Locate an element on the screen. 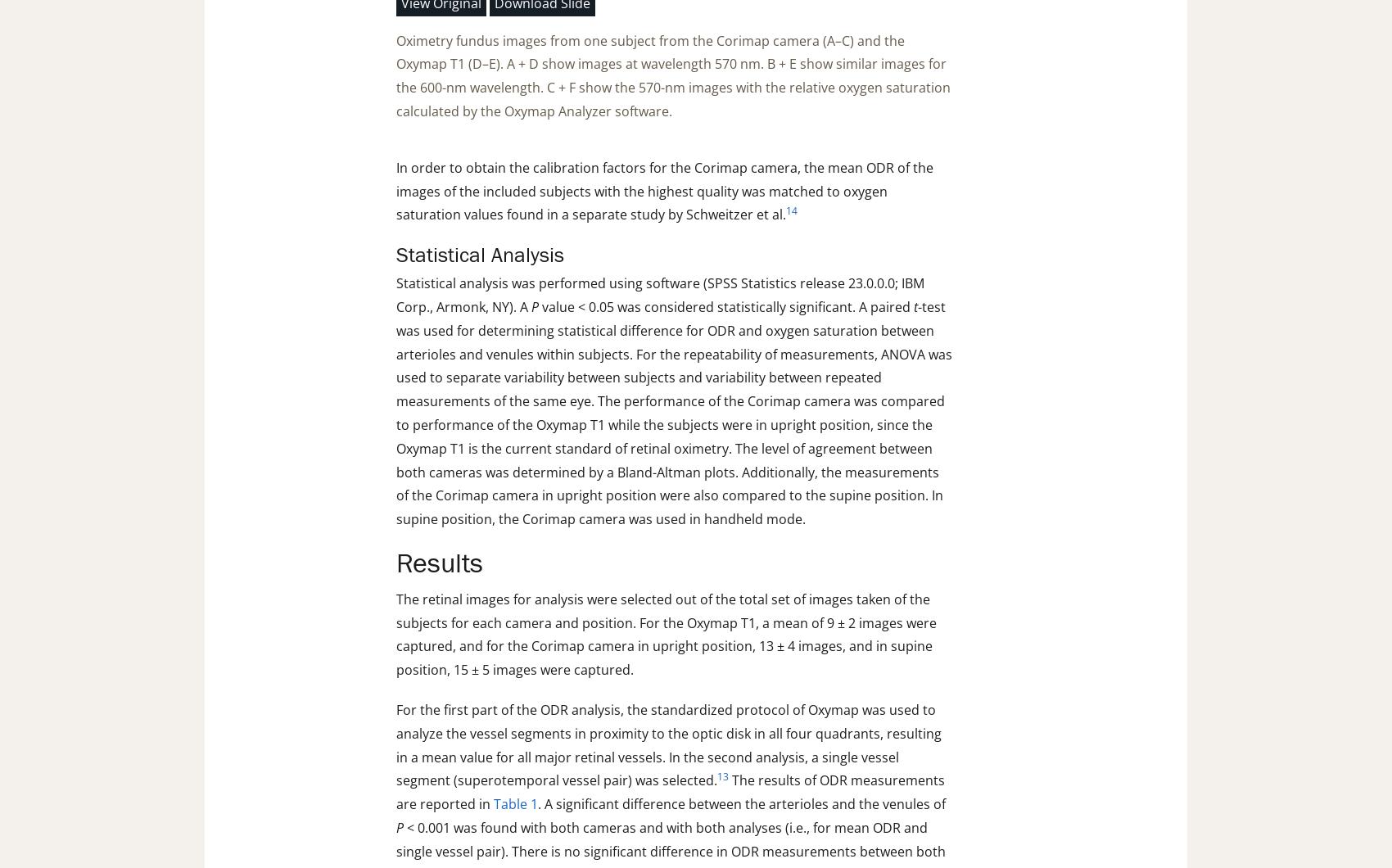 This screenshot has height=868, width=1392. 'Results' is located at coordinates (439, 563).